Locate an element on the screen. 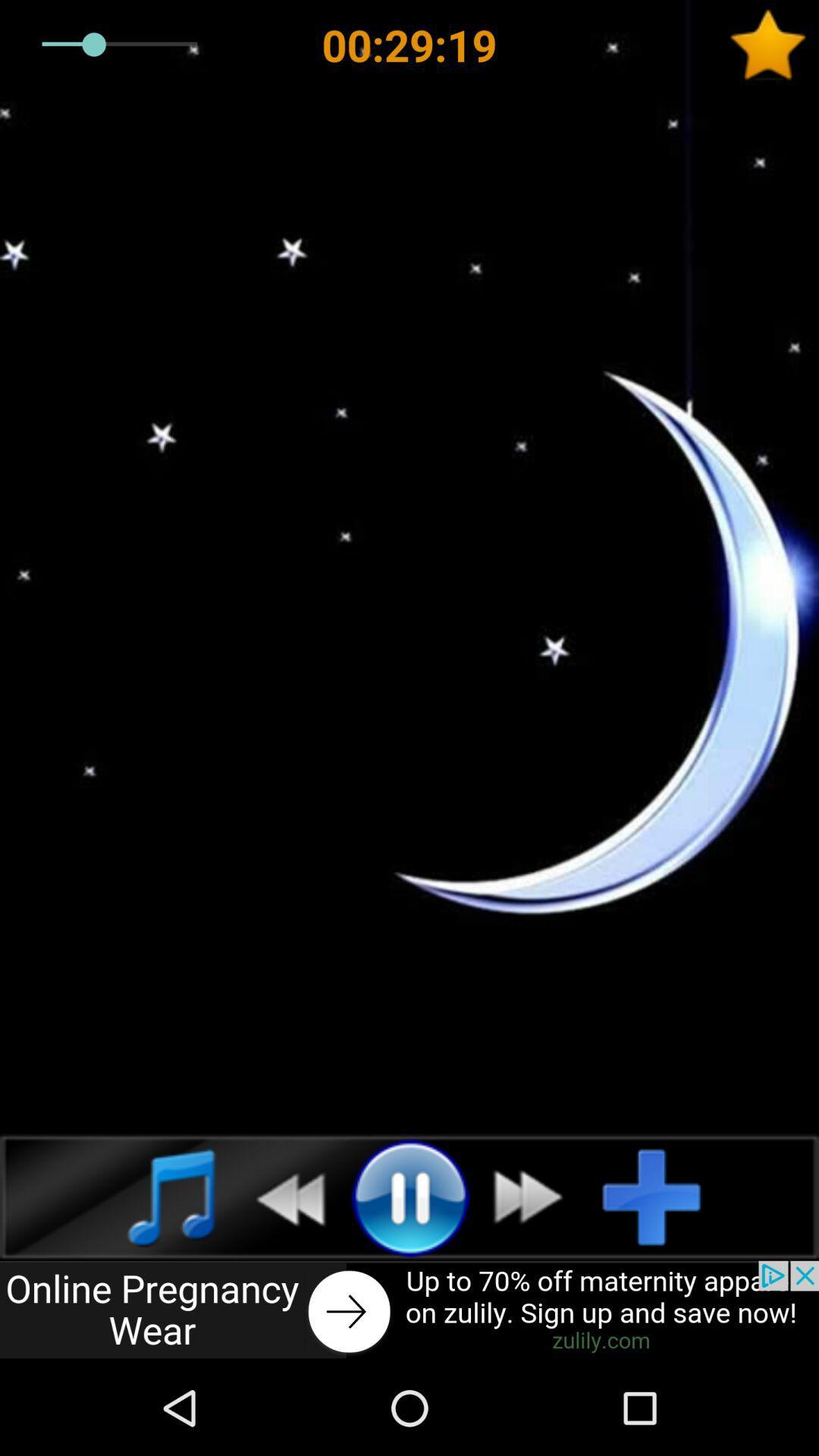  the pause icon is located at coordinates (409, 1196).